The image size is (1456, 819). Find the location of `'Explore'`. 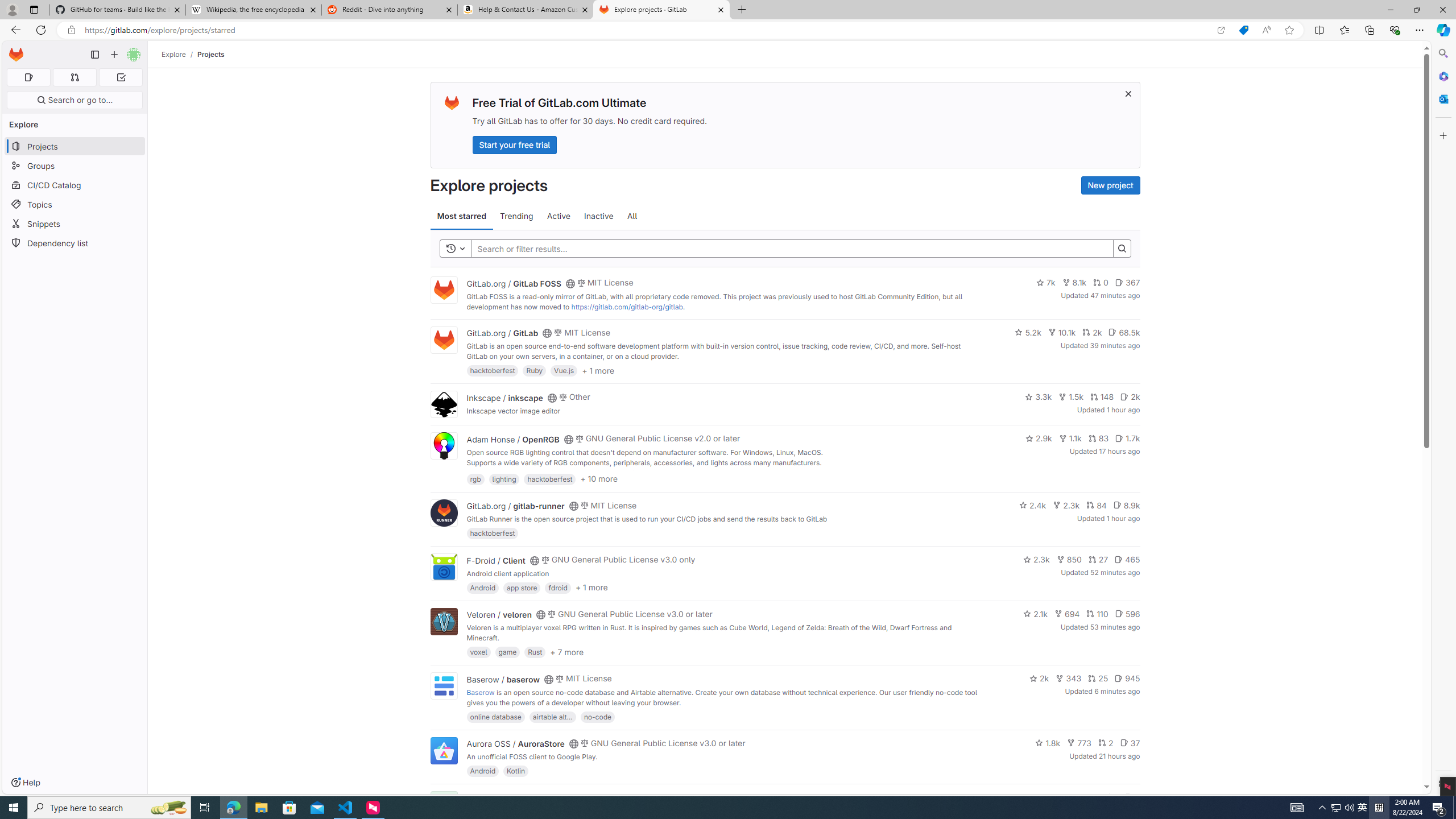

'Explore' is located at coordinates (173, 54).